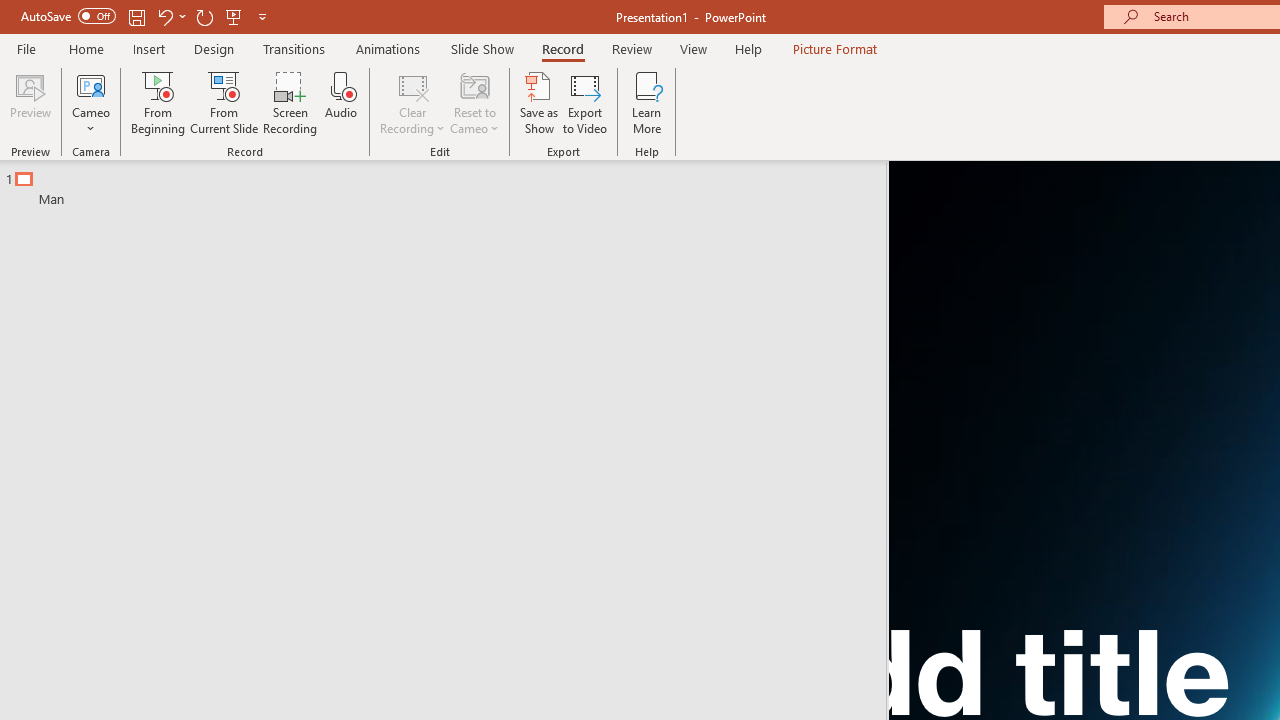 The width and height of the screenshot is (1280, 720). I want to click on 'Learn More', so click(647, 103).